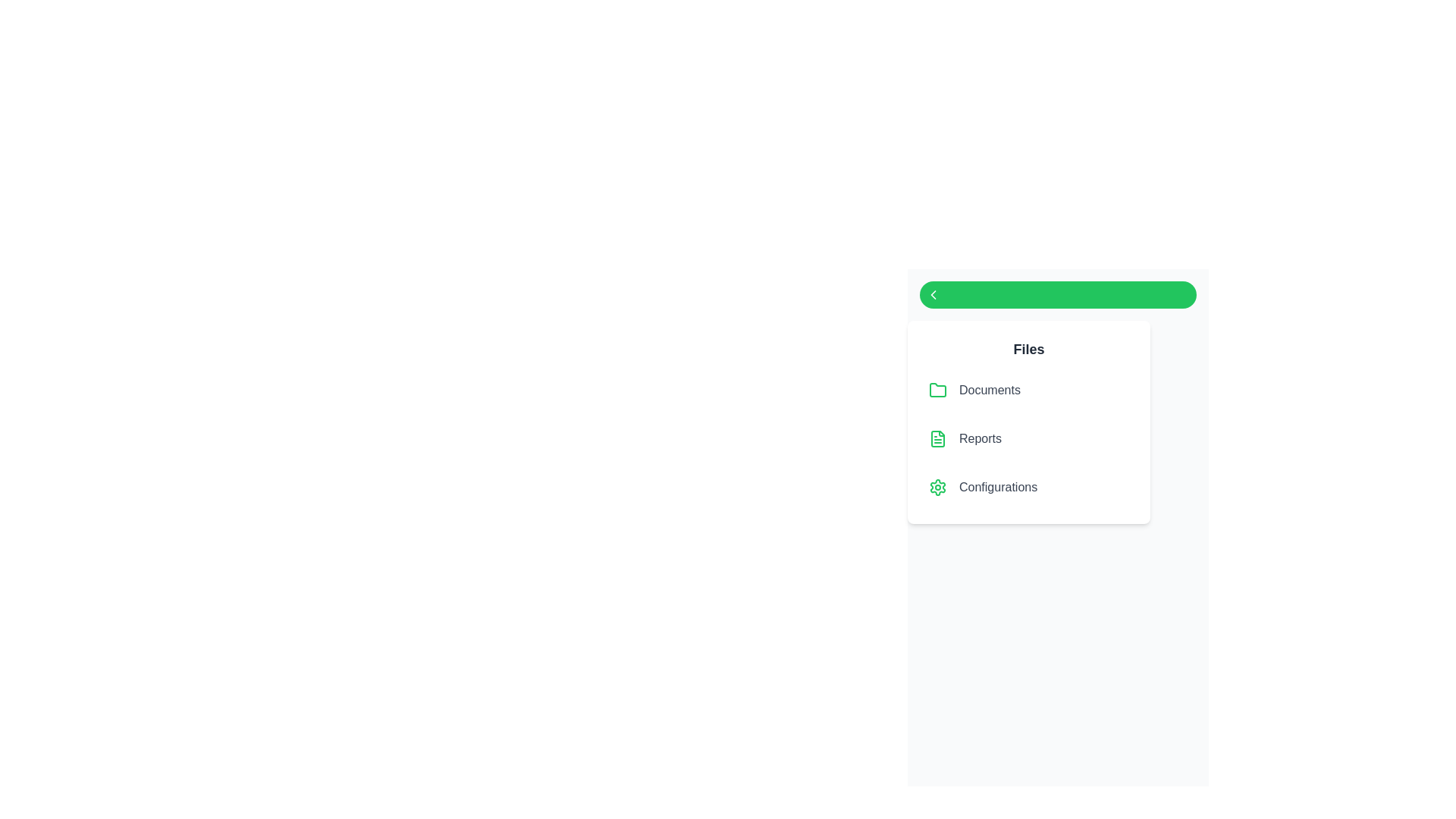 The height and width of the screenshot is (819, 1456). Describe the element at coordinates (1057, 295) in the screenshot. I see `the green toggle button to toggle the drawer open or closed` at that location.